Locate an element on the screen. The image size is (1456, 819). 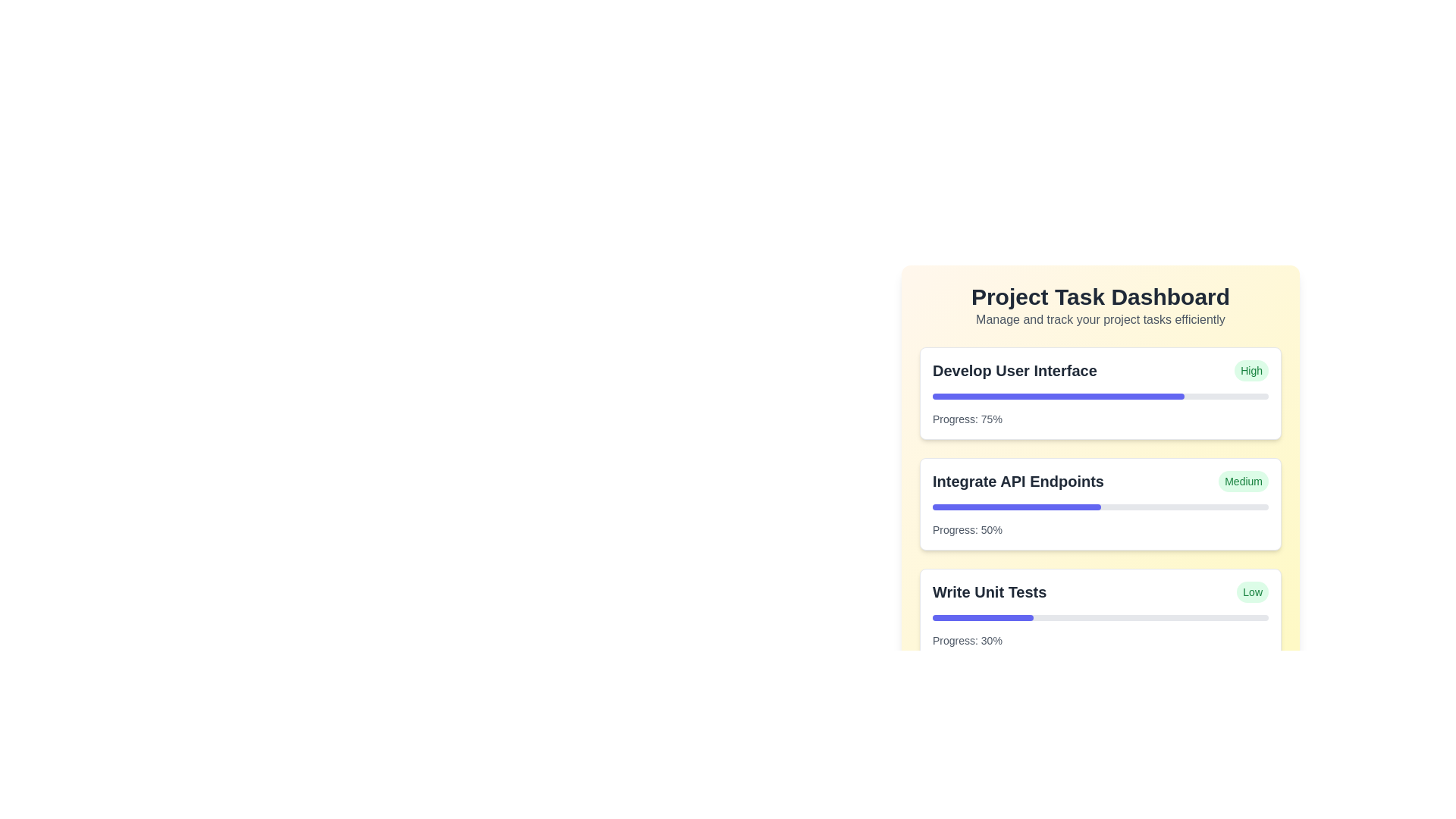
progress indication from the progress bar located beneath the text 'Integrate API Endpoints' and above the 'Progress: 50%' text, which currently shows 50% progress is located at coordinates (1100, 507).